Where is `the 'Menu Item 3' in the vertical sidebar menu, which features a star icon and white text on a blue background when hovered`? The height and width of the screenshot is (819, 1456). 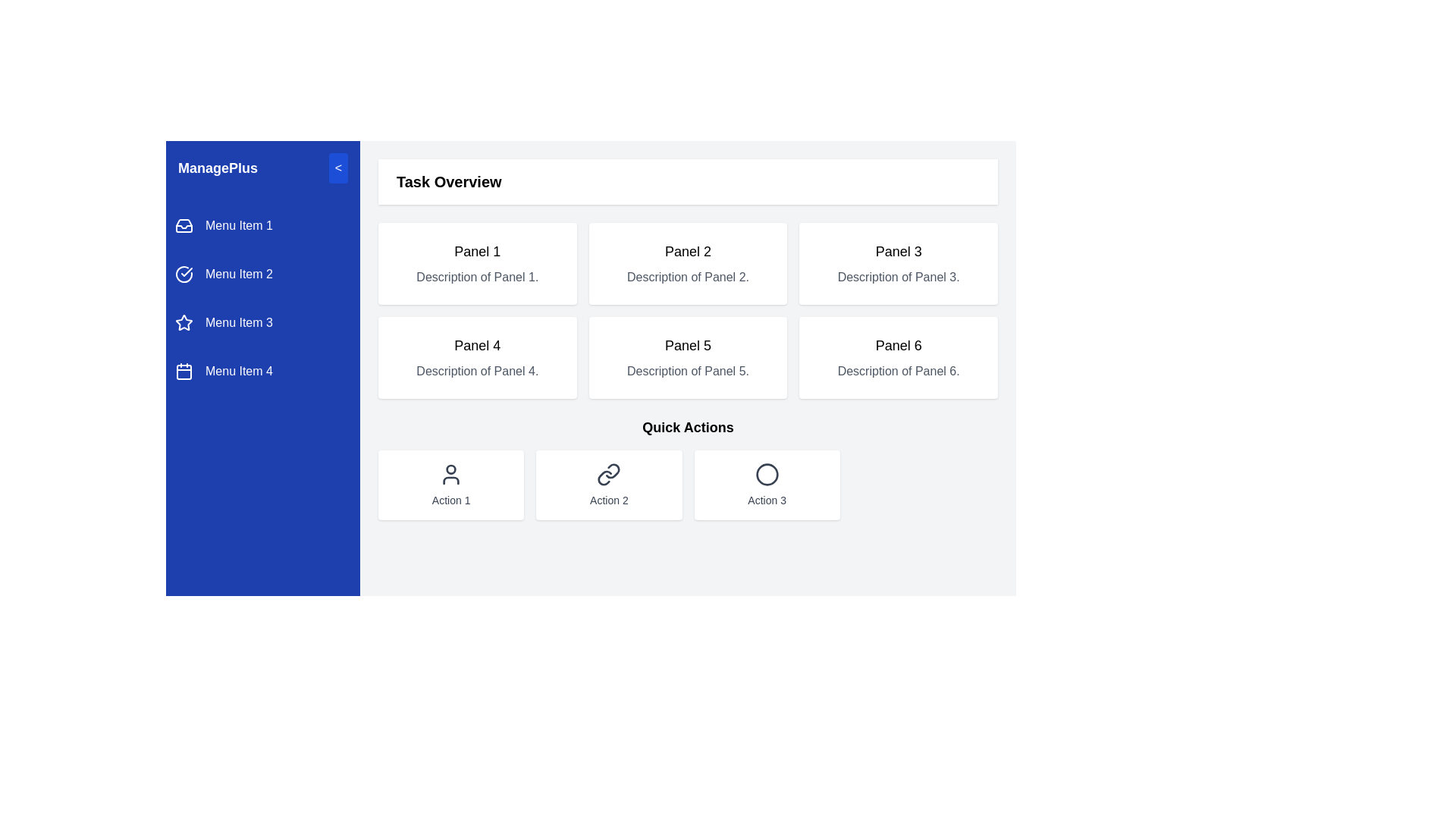 the 'Menu Item 3' in the vertical sidebar menu, which features a star icon and white text on a blue background when hovered is located at coordinates (262, 322).